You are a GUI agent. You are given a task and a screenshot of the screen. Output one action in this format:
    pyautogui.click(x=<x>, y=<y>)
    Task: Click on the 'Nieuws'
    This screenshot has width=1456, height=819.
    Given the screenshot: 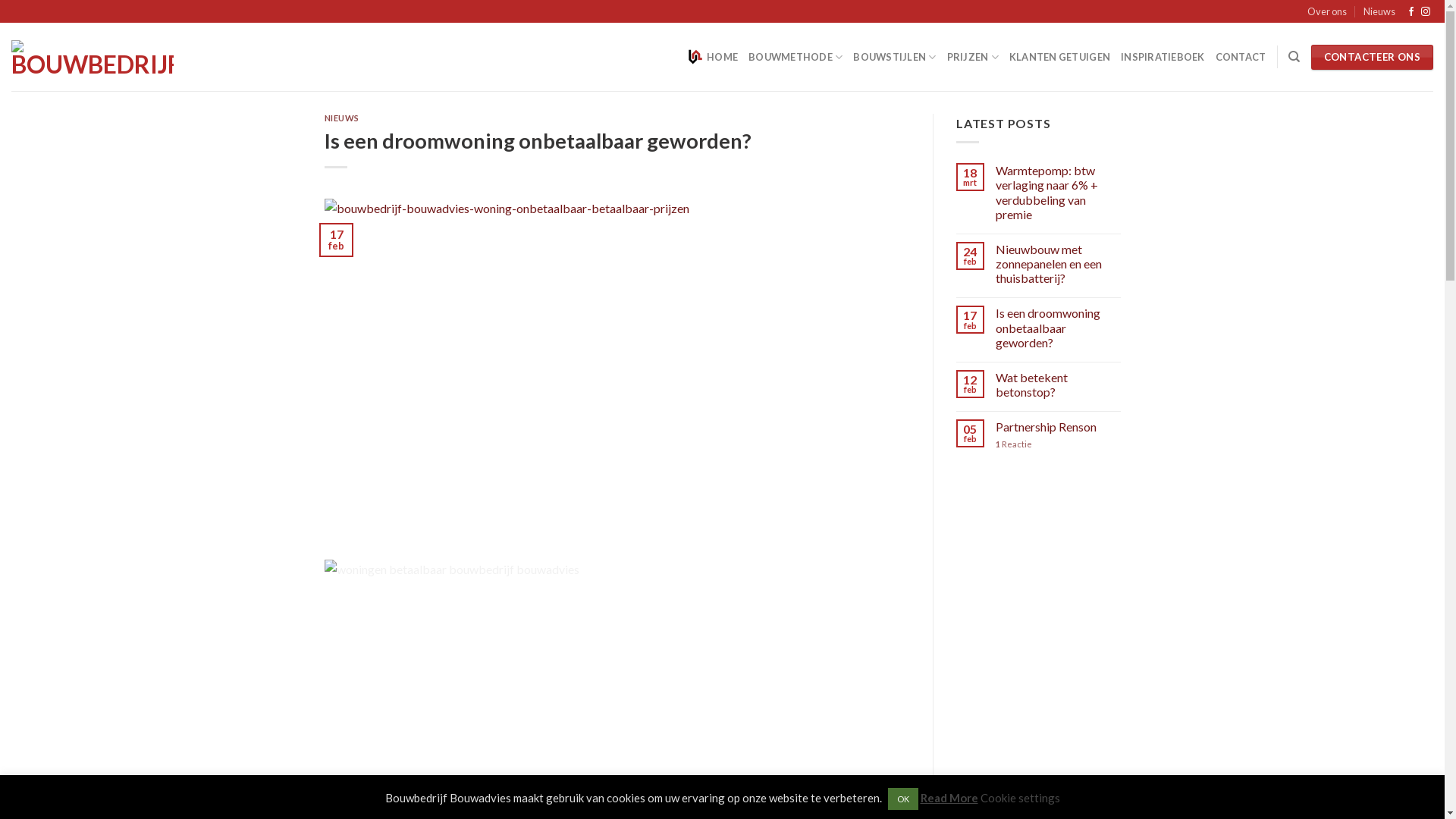 What is the action you would take?
    pyautogui.click(x=1363, y=11)
    